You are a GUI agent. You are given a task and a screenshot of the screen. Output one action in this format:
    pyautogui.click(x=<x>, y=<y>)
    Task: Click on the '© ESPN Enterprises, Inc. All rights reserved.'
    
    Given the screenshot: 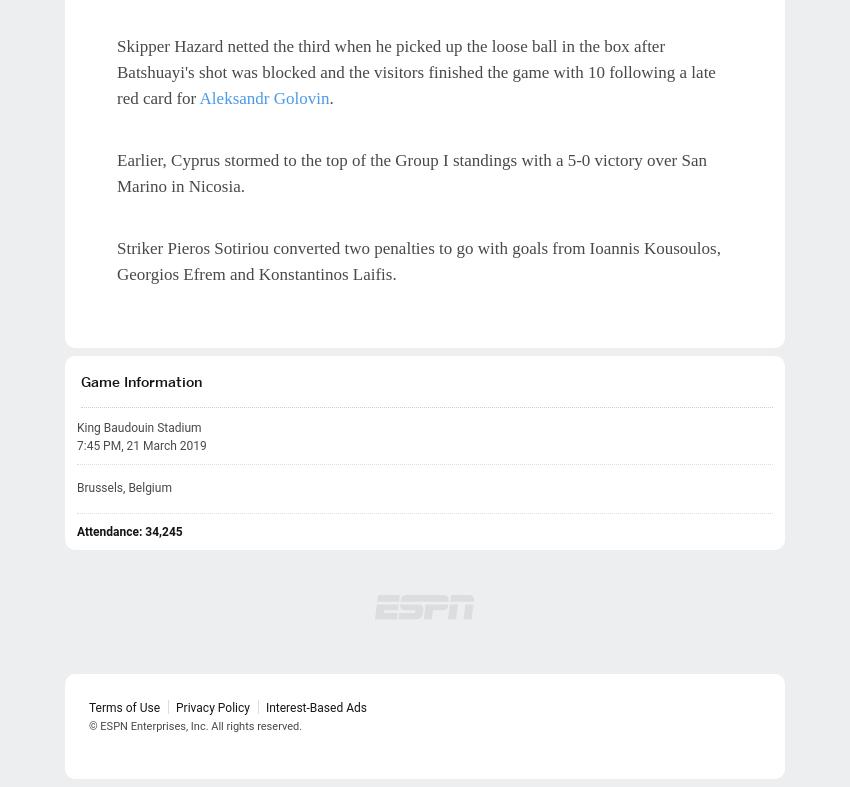 What is the action you would take?
    pyautogui.click(x=194, y=726)
    